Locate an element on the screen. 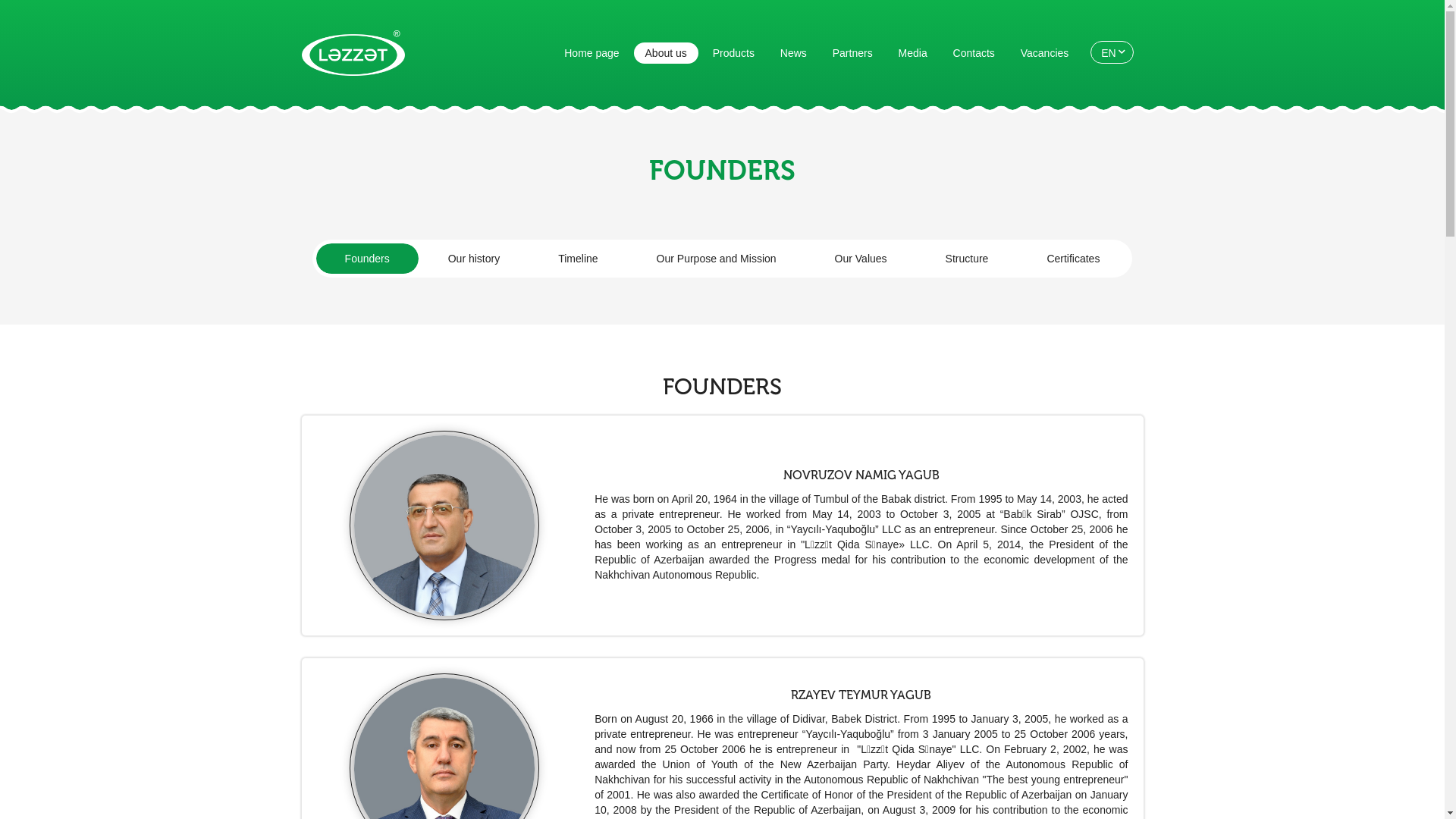  'Products' is located at coordinates (733, 52).